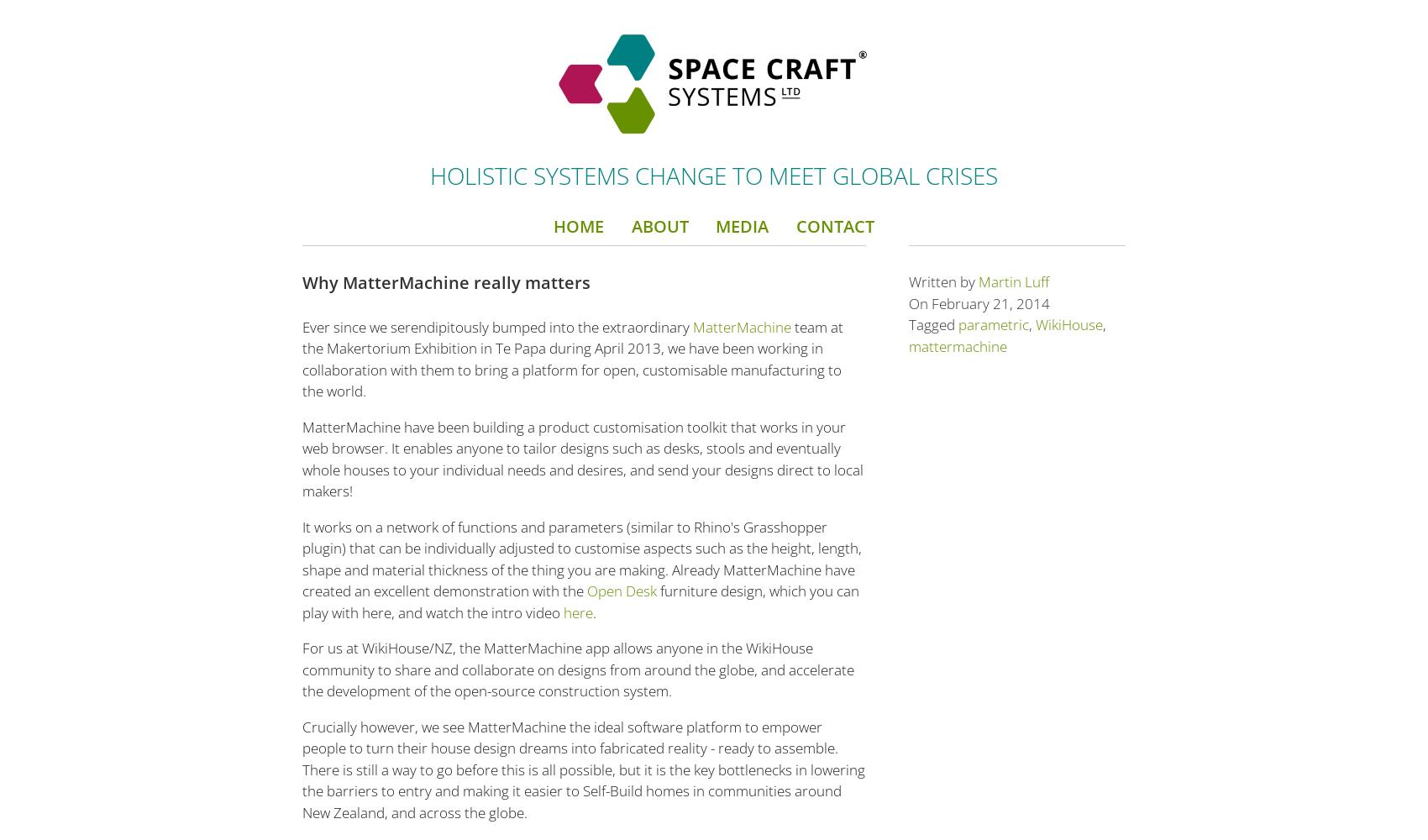  I want to click on 'Contact', so click(795, 226).